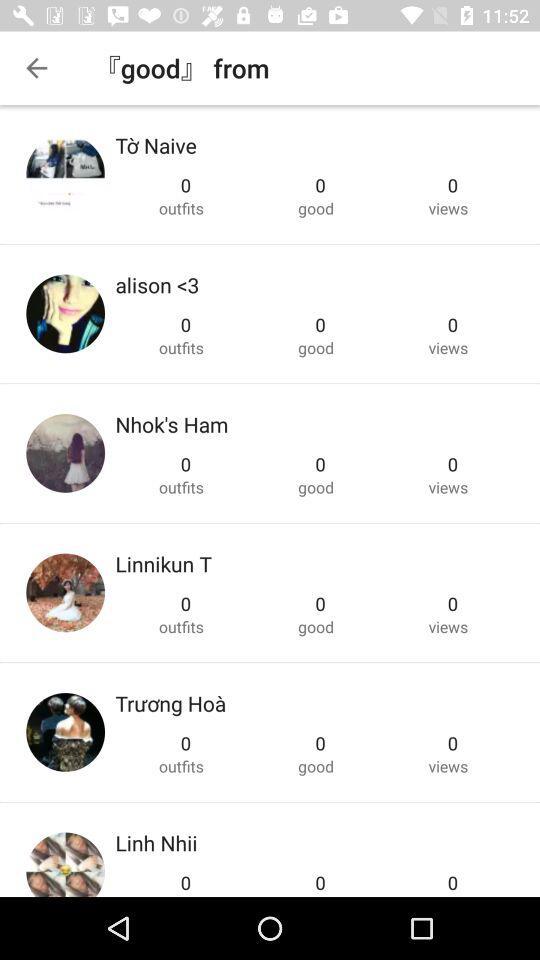  What do you see at coordinates (171, 424) in the screenshot?
I see `the item above the   0 item` at bounding box center [171, 424].